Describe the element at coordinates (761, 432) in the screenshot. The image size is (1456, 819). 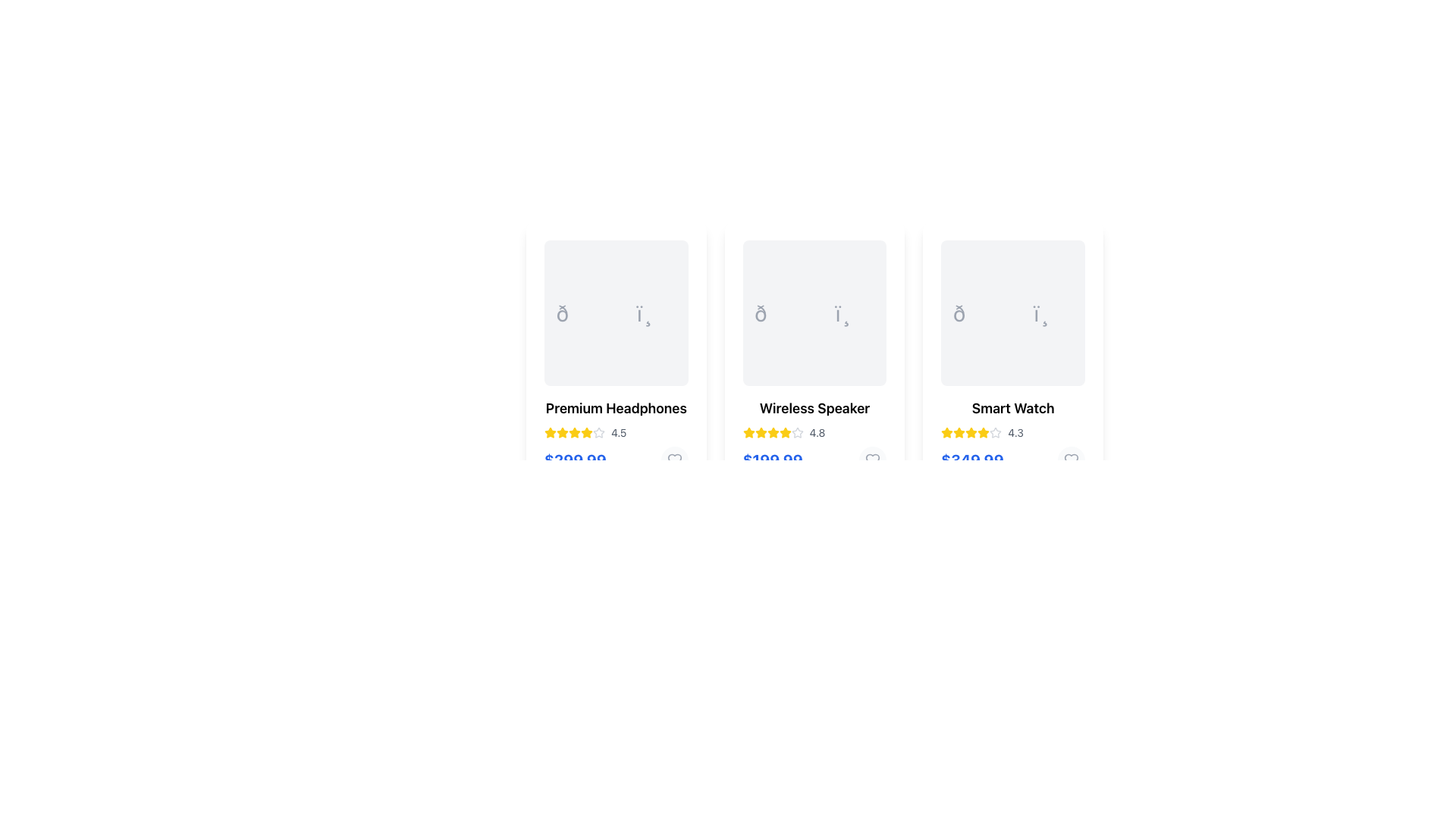
I see `the first filled yellow star rating icon located below the product image in the product card layout to interact with it` at that location.